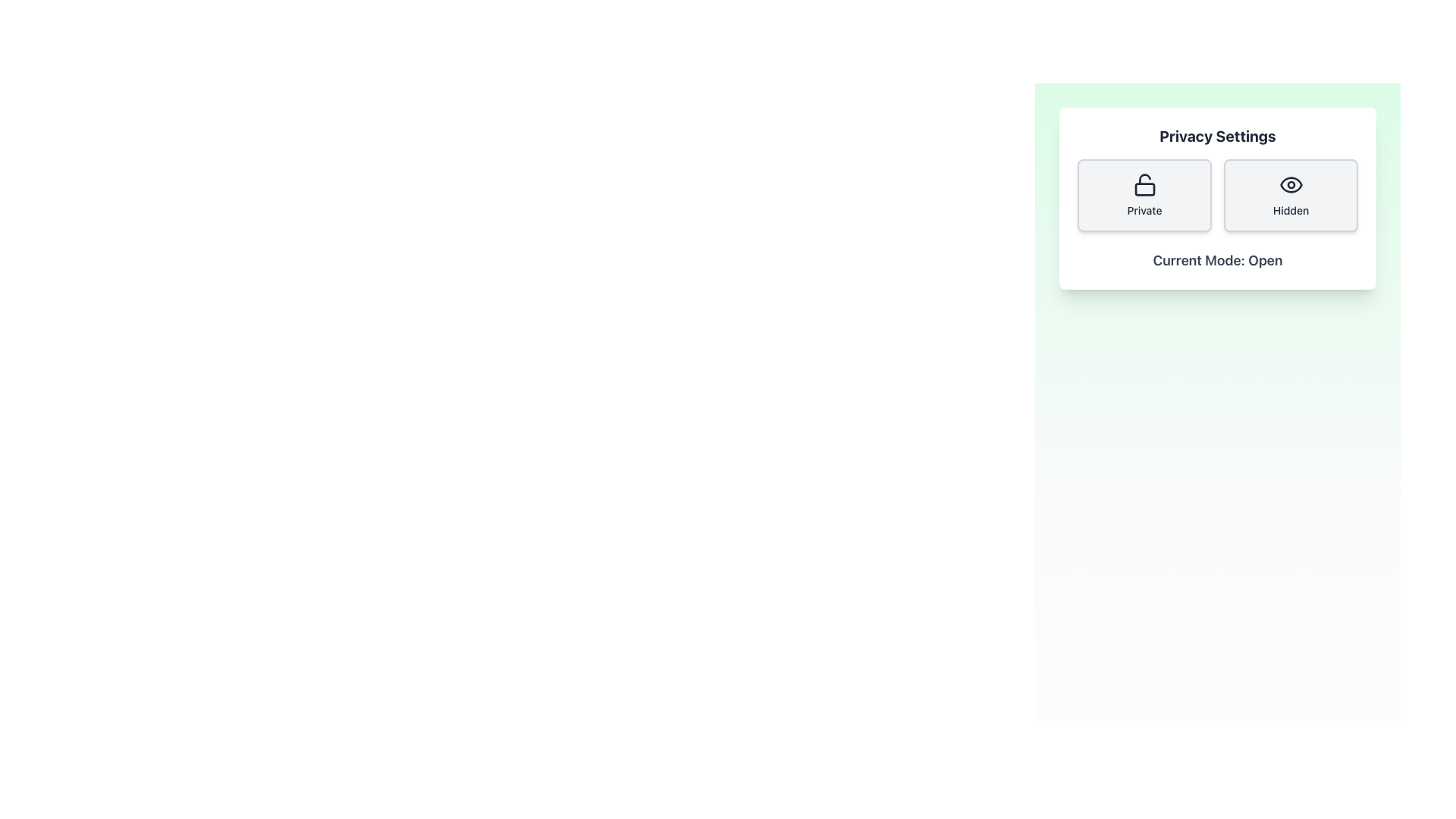 The image size is (1456, 819). What do you see at coordinates (1290, 184) in the screenshot?
I see `the 'Hidden' privacy mode icon located within the privacy settings interface, which is represented by a rectangular button labeled 'Hidden'` at bounding box center [1290, 184].